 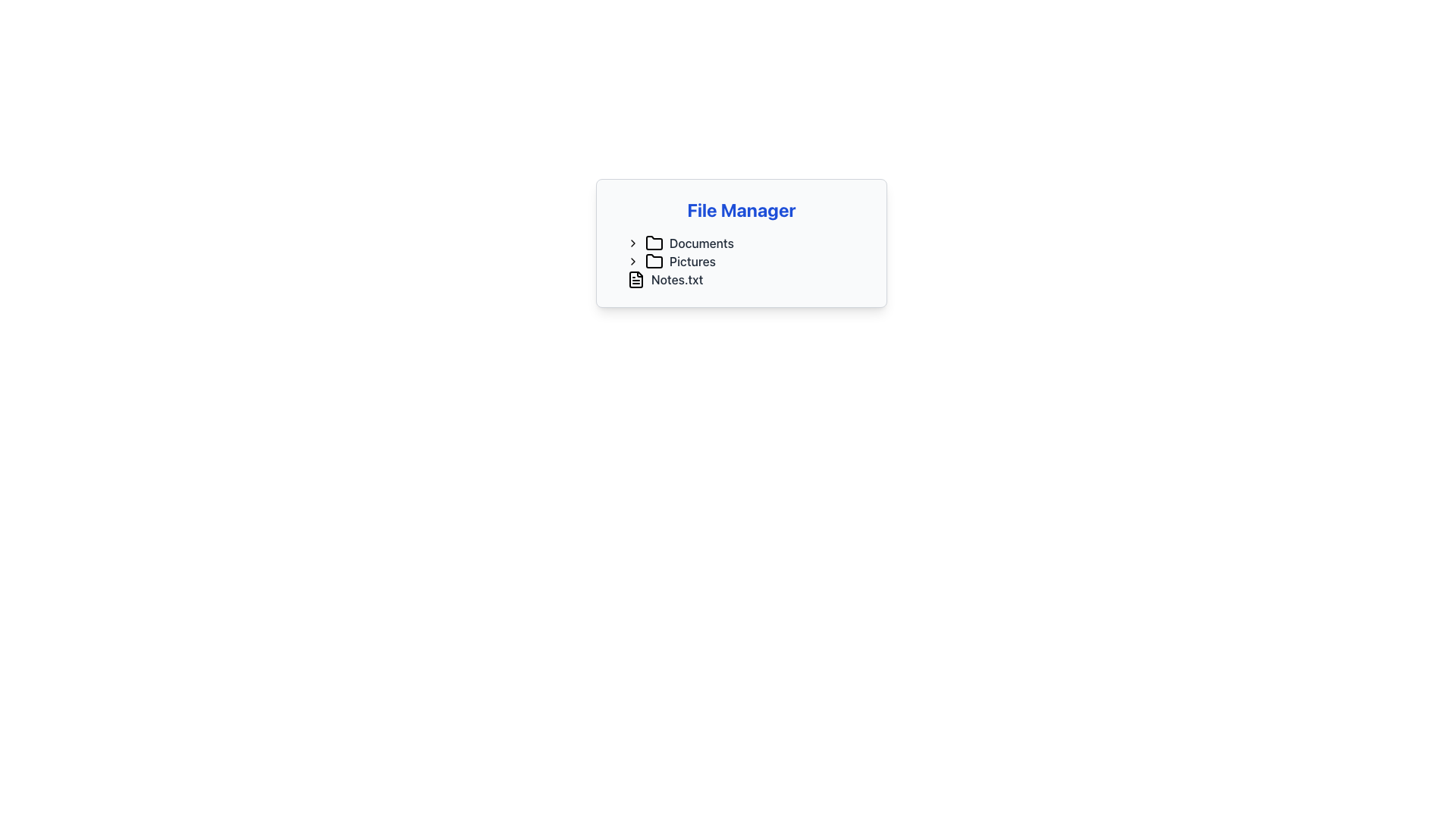 What do you see at coordinates (676, 280) in the screenshot?
I see `to select the text label displaying 'Notes.txt' in the file manager interface, which is the third item in the list under the 'File Manager' heading` at bounding box center [676, 280].